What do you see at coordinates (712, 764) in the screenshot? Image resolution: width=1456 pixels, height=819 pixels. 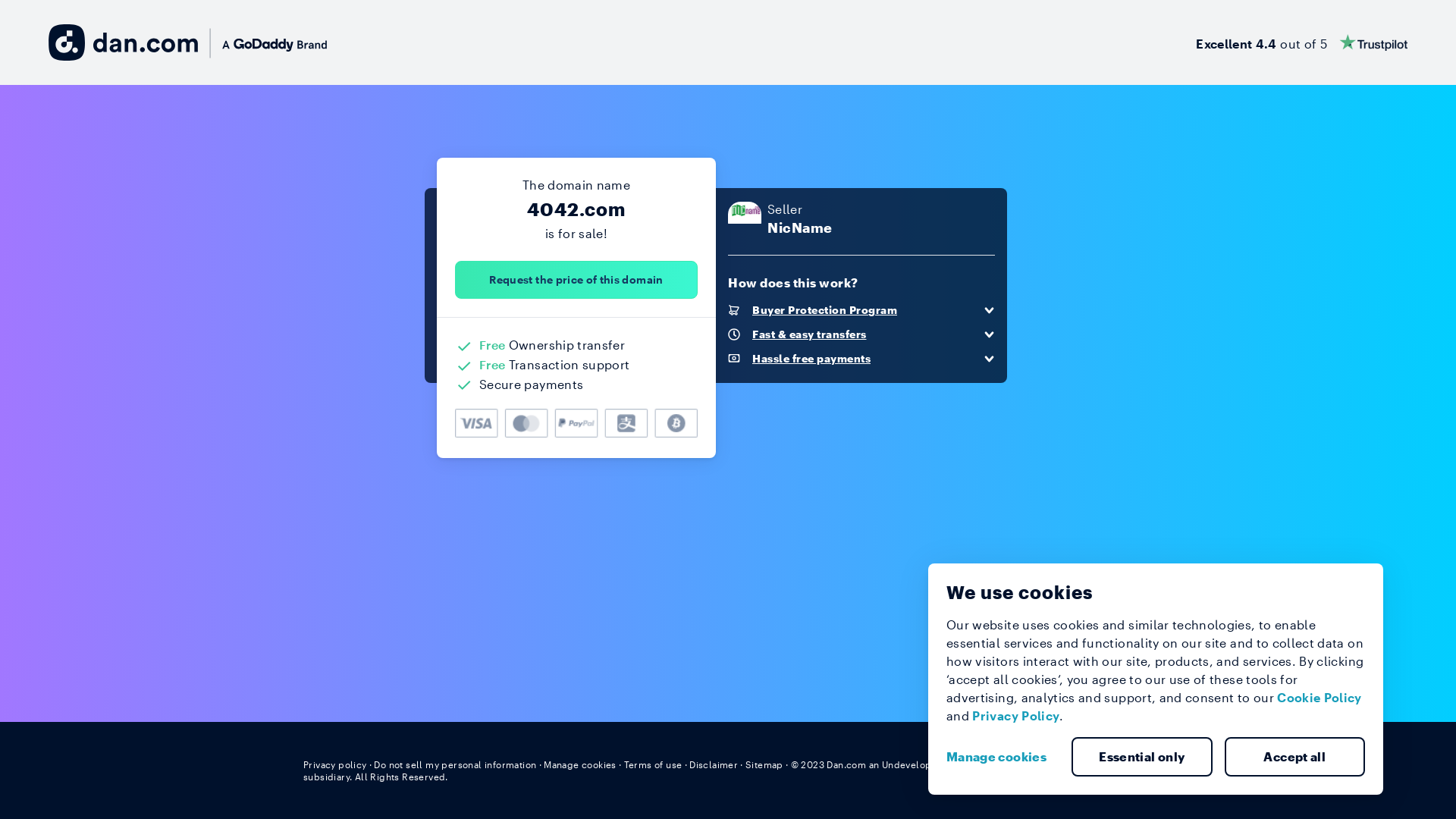 I see `'Disclaimer'` at bounding box center [712, 764].